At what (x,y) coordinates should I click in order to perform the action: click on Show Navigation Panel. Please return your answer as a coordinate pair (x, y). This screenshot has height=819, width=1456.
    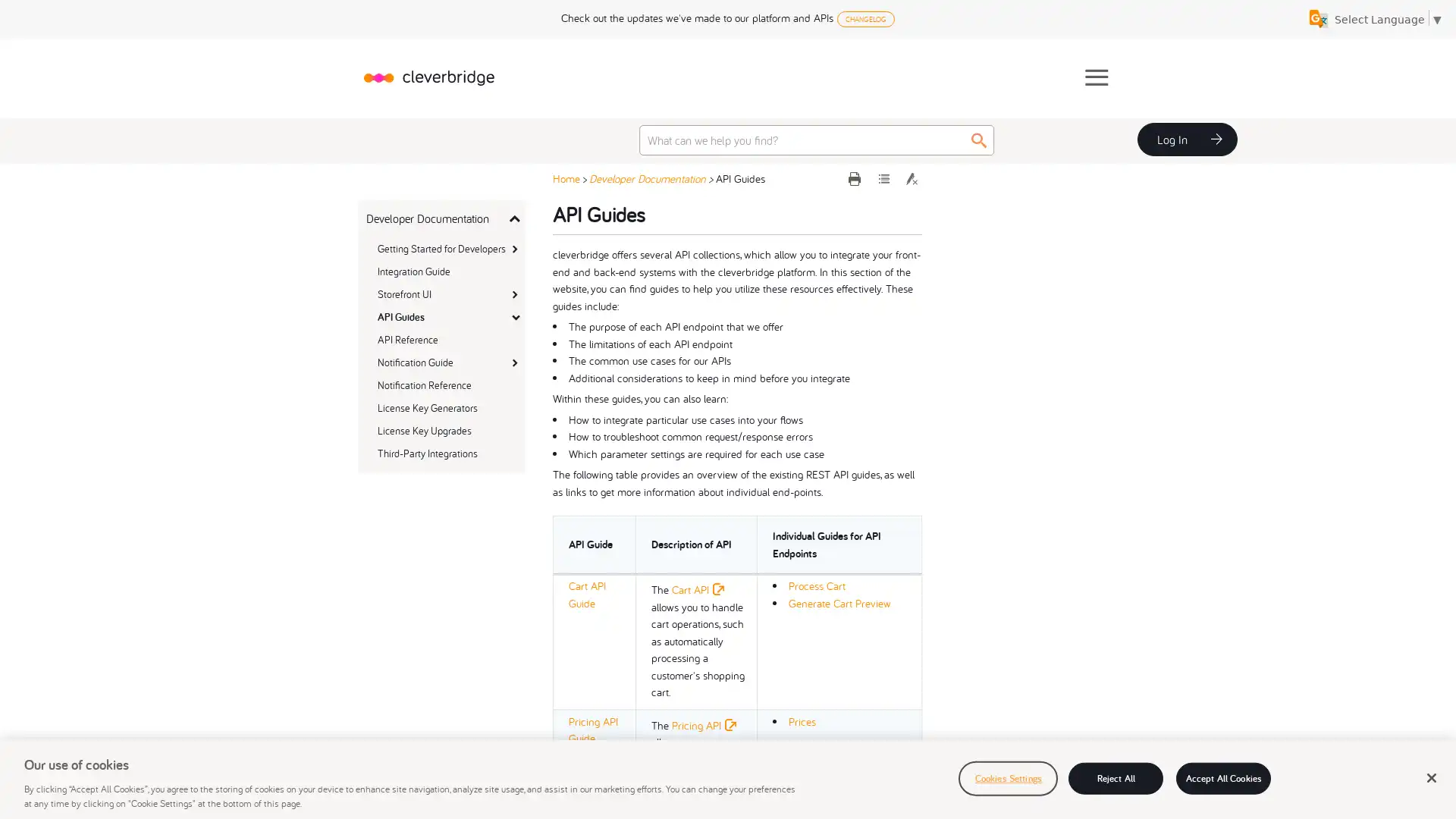
    Looking at the image, I should click on (1096, 77).